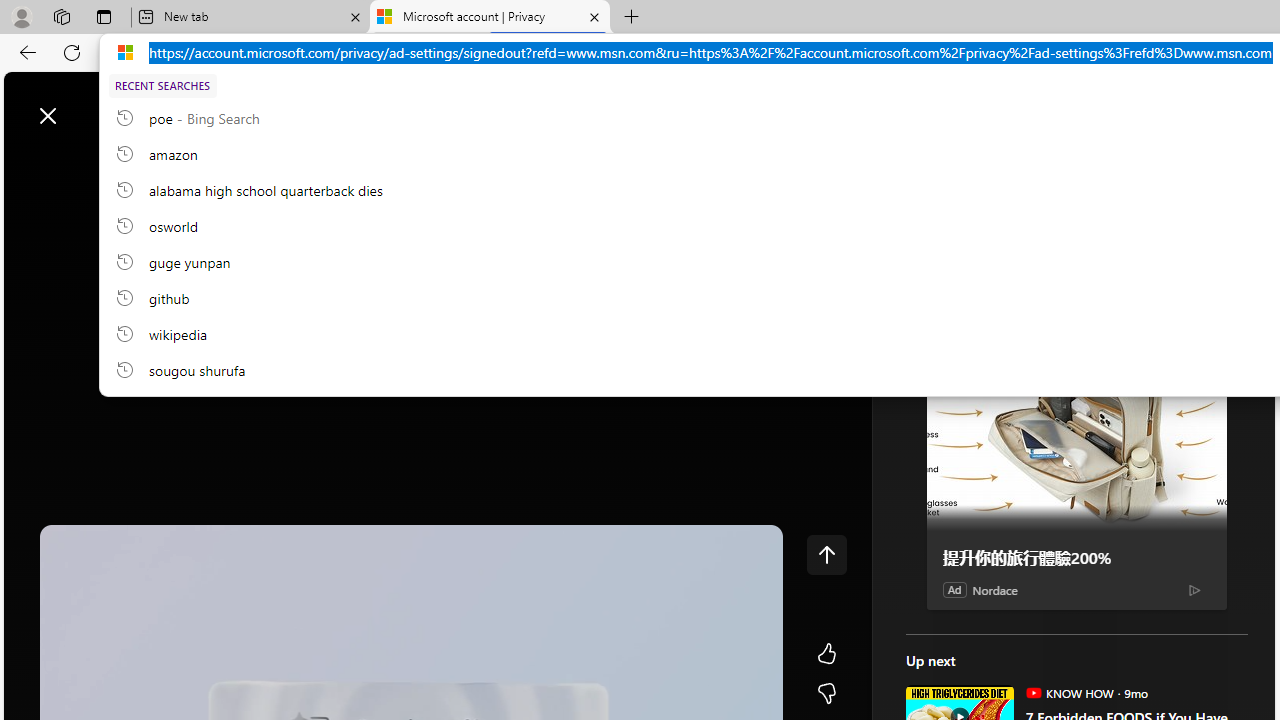  I want to click on 'KNOW HOW', so click(1033, 691).